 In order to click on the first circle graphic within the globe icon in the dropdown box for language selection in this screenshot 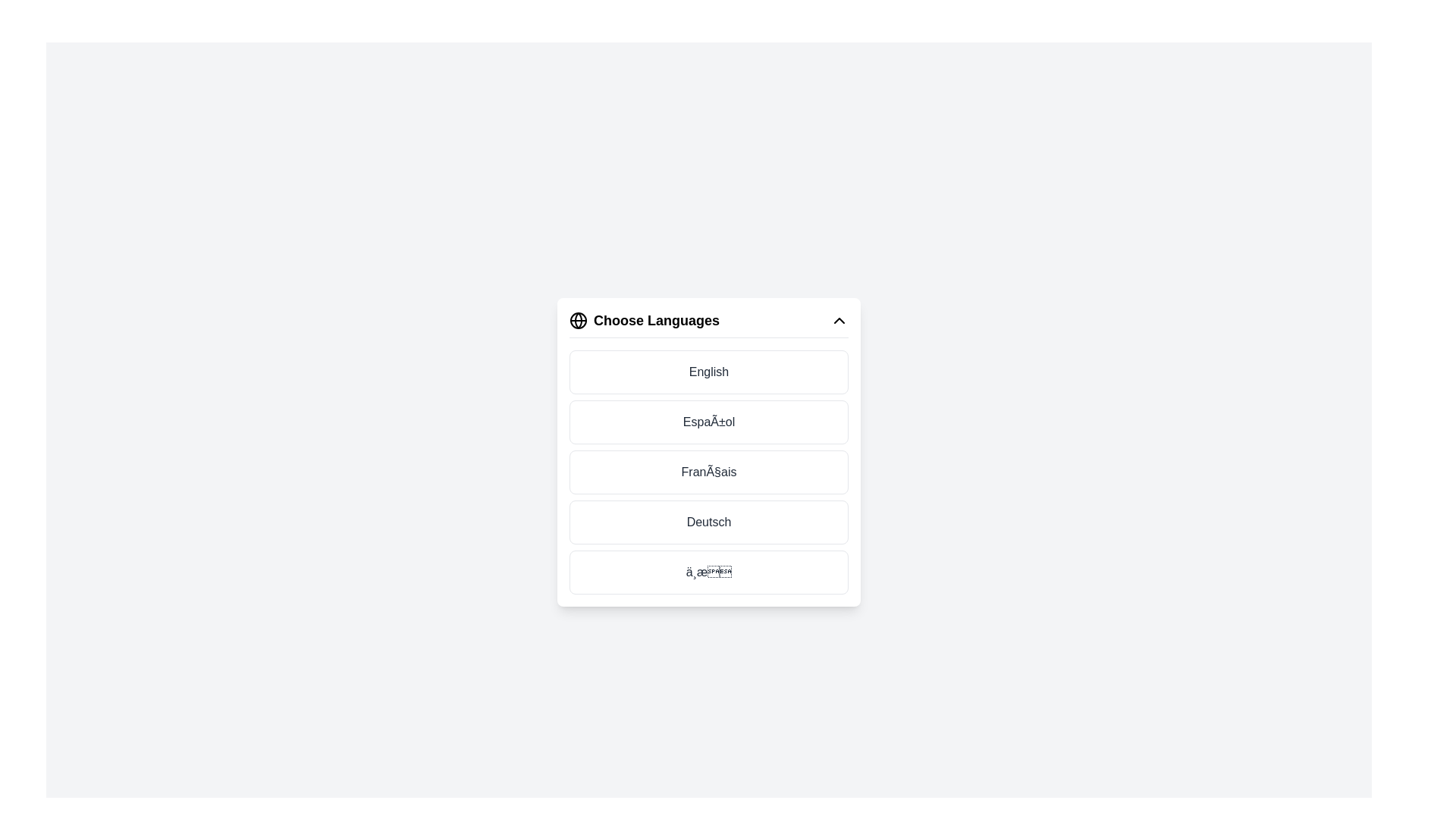, I will do `click(578, 319)`.